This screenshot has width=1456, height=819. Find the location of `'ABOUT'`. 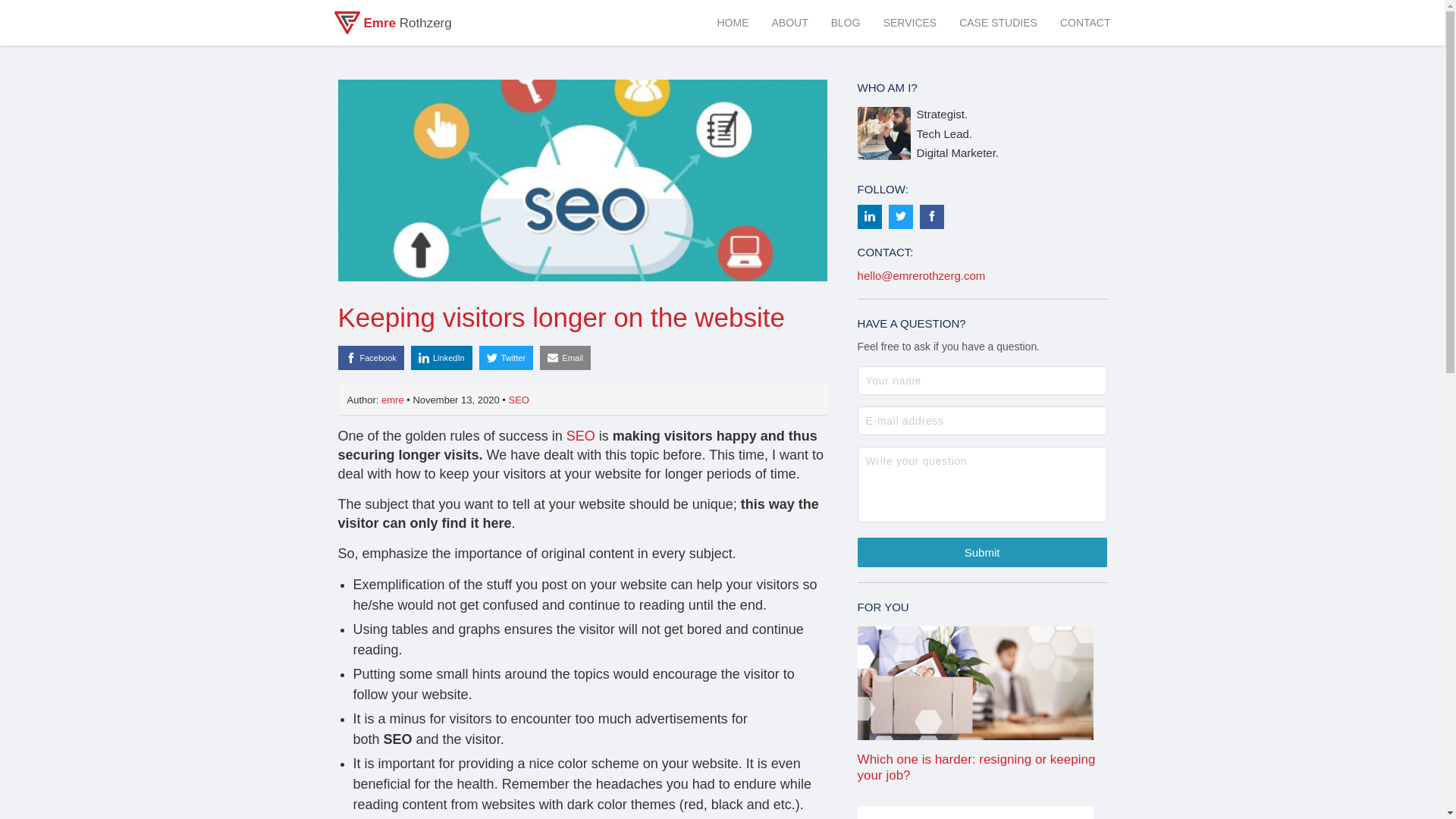

'ABOUT' is located at coordinates (789, 23).